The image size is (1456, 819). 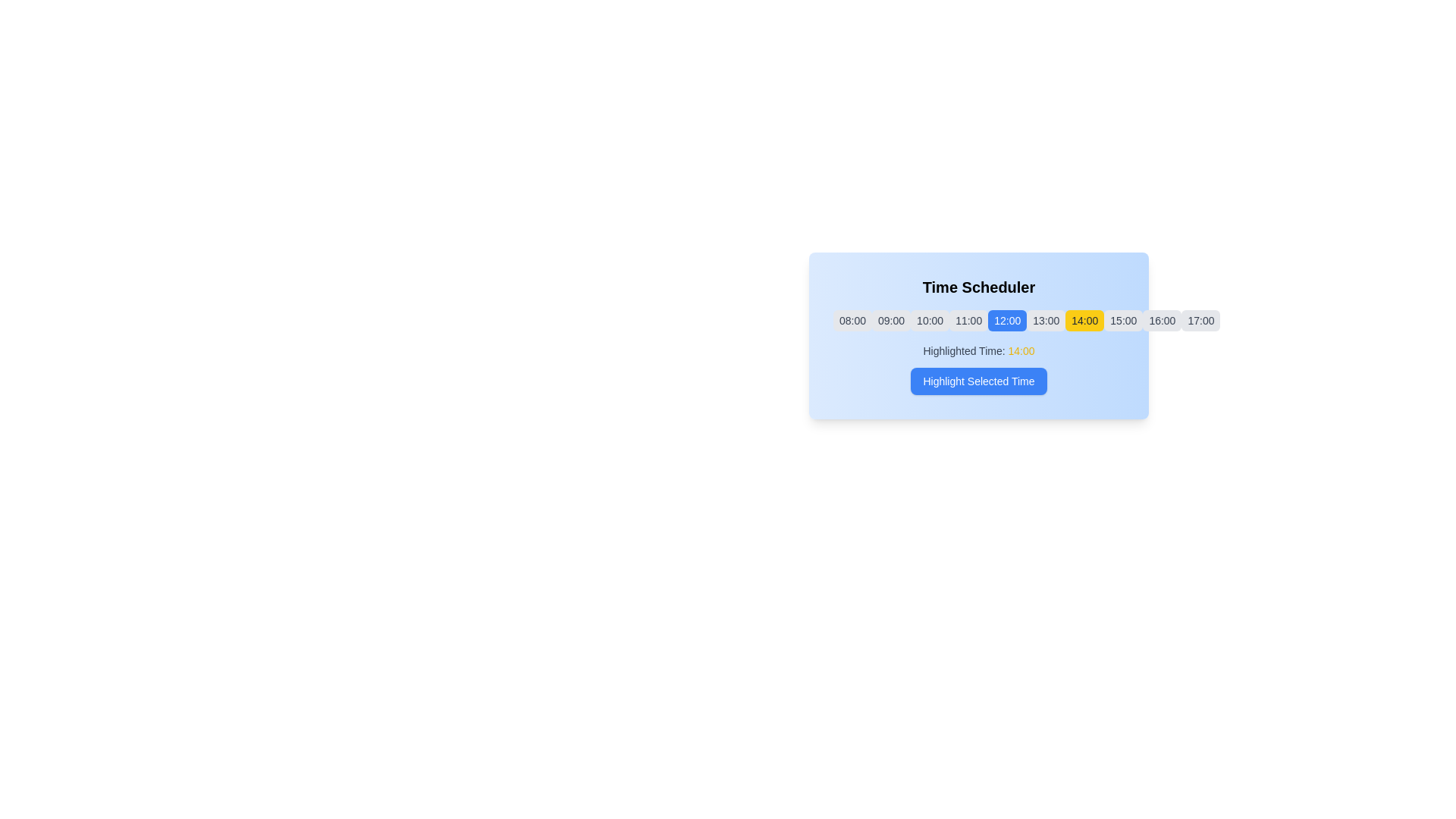 I want to click on text '14:00' which is styled in yellow color and bold font, located near the bottom center of the 'Time Scheduler' card, so click(x=1021, y=350).